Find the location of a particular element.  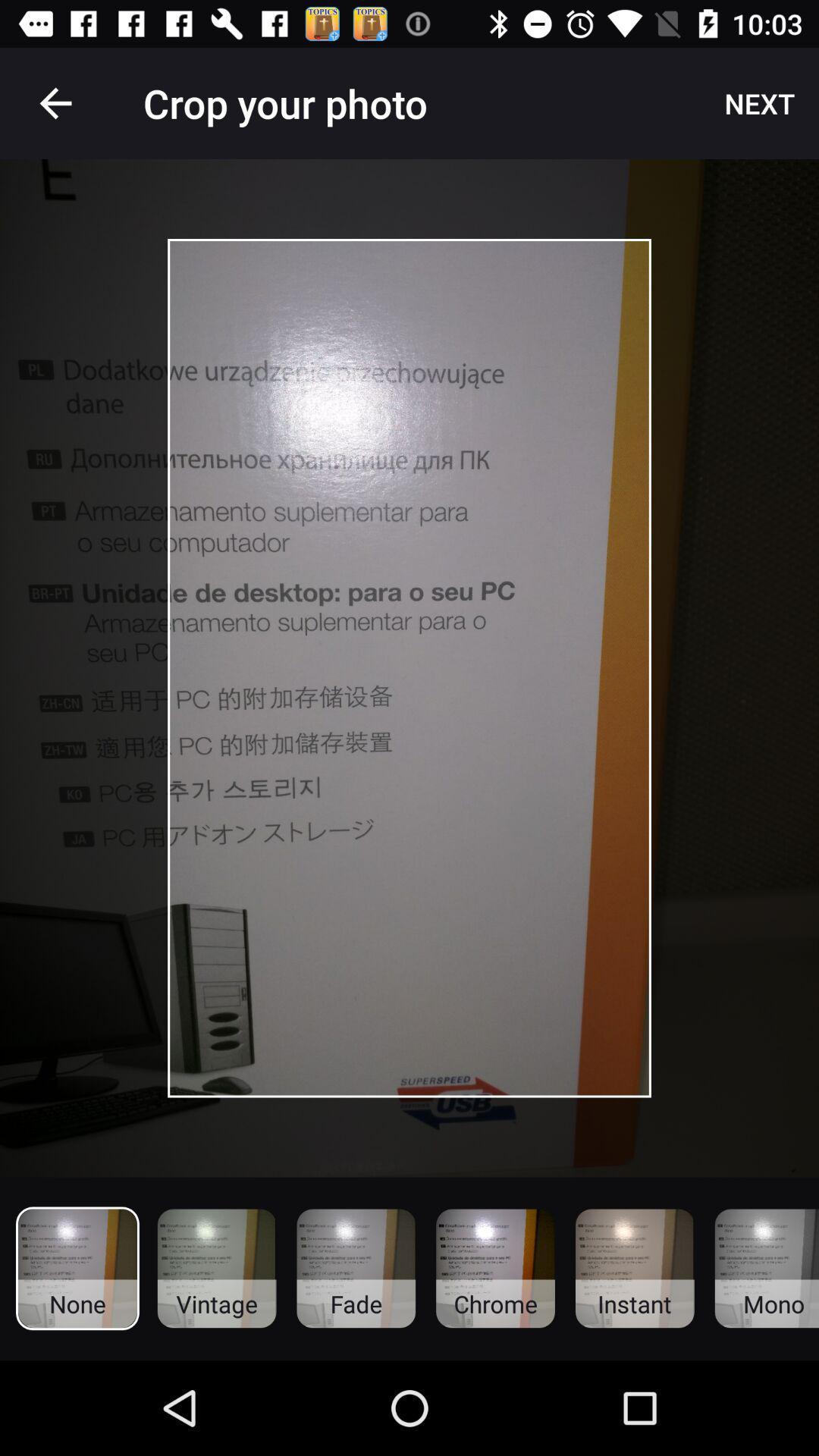

om the text next to chrome is located at coordinates (635, 1269).